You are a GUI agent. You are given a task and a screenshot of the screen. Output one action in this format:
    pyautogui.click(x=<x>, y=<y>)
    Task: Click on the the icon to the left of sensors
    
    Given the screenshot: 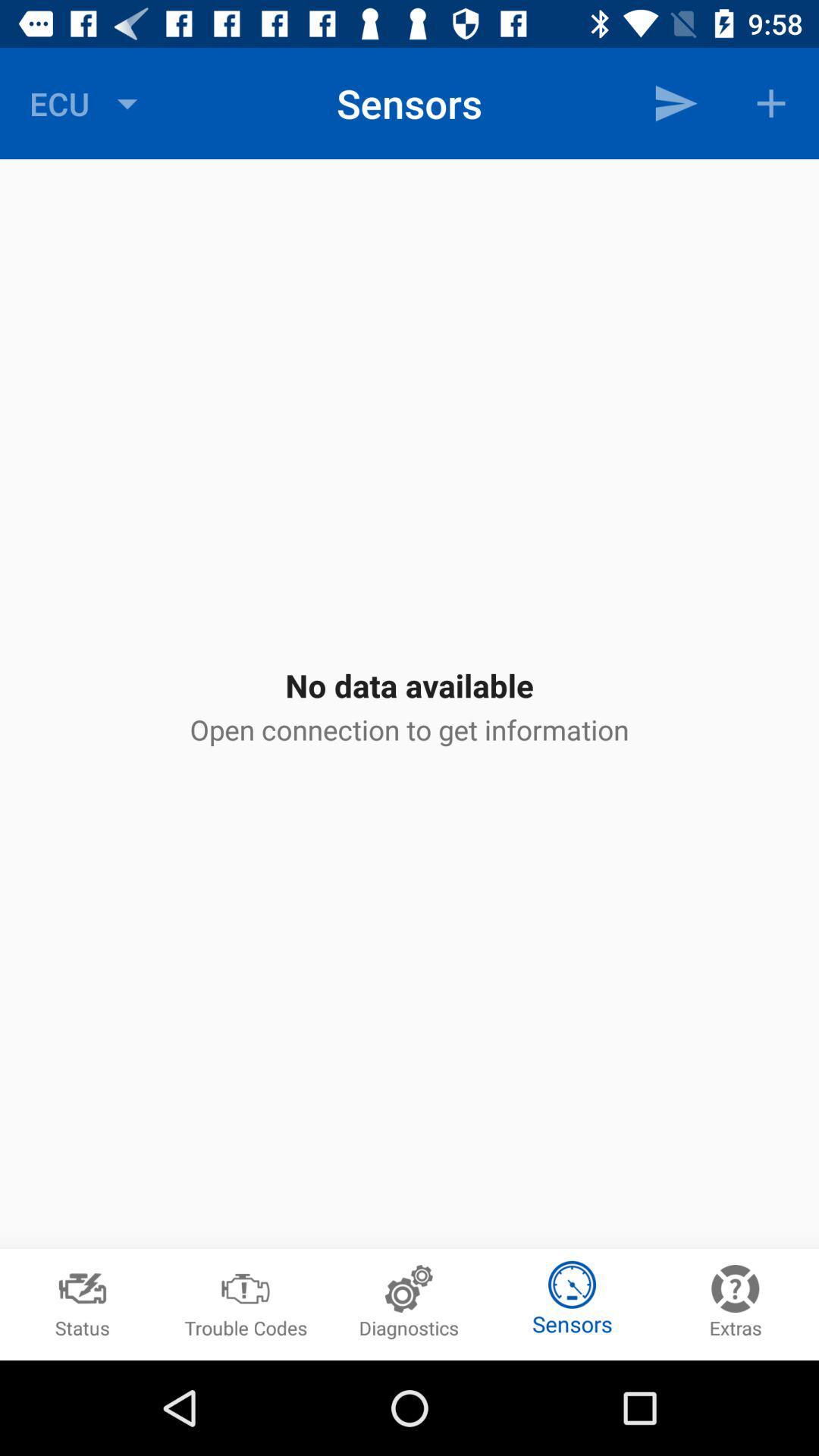 What is the action you would take?
    pyautogui.click(x=87, y=102)
    